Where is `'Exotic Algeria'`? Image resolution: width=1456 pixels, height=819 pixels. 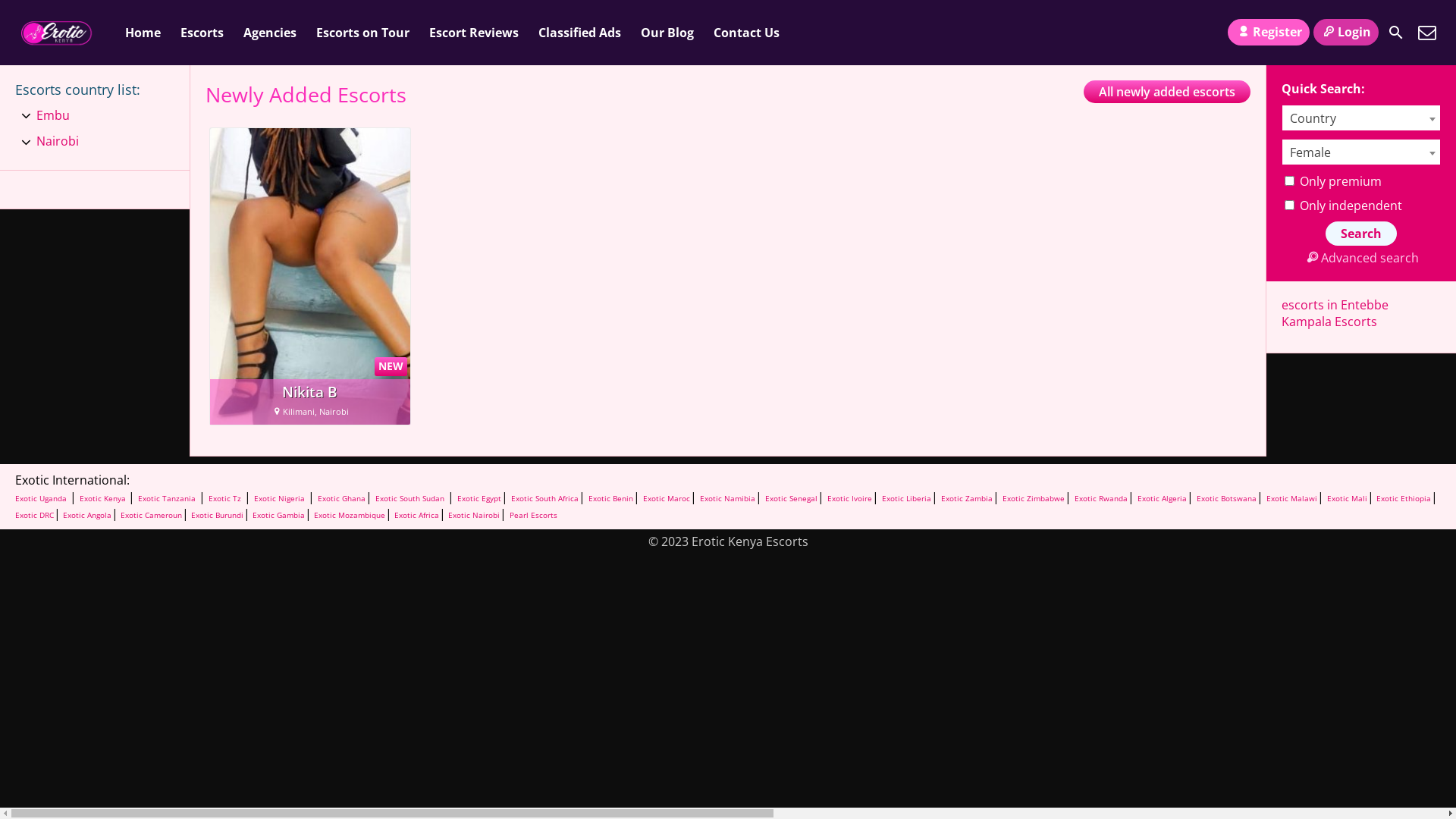 'Exotic Algeria' is located at coordinates (1161, 497).